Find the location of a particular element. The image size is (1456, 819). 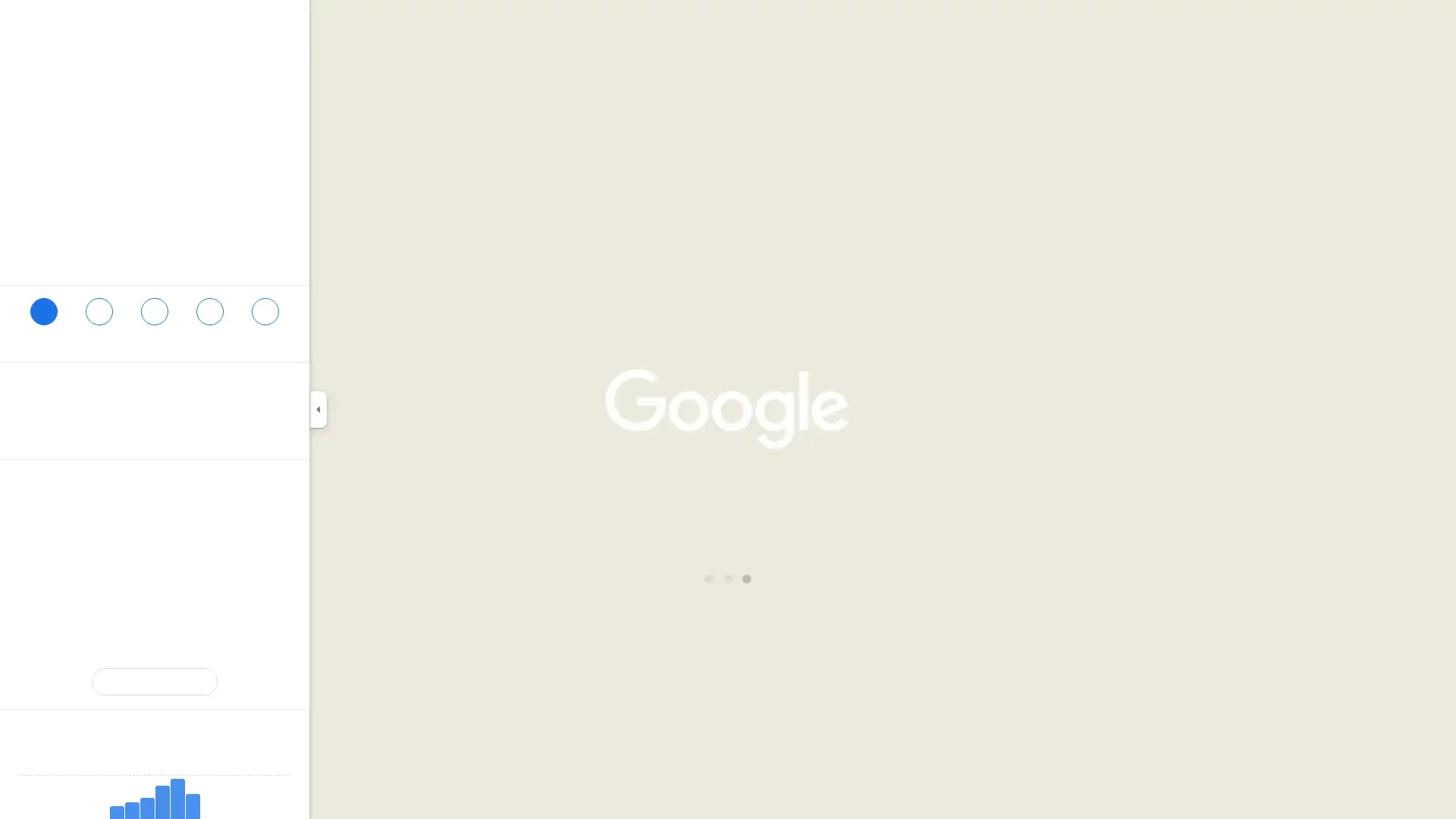

Send Every Thing Goes Book Cafe and Neighborhood Stage to your phone is located at coordinates (209, 323).